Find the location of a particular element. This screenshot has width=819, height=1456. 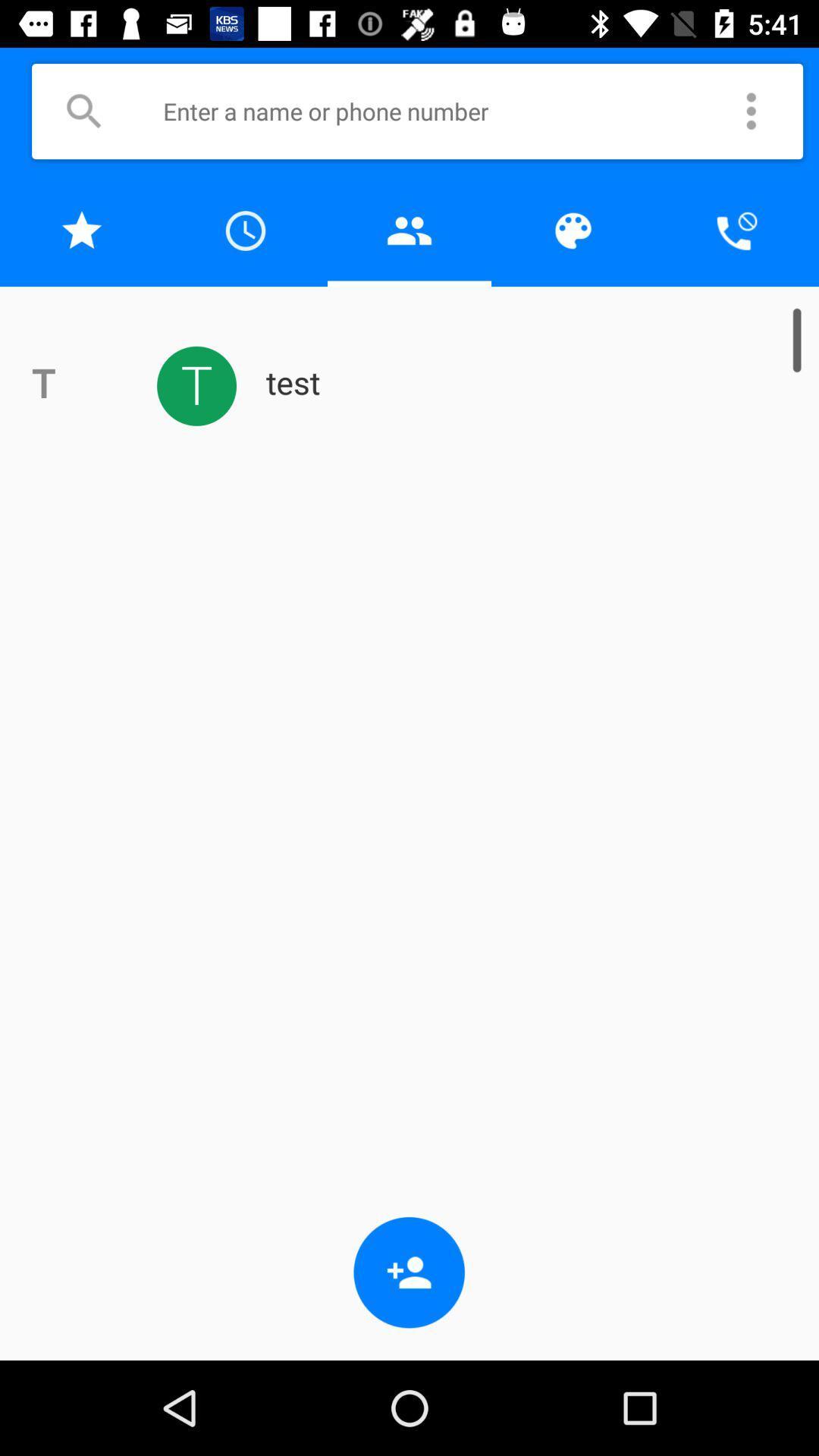

open important contacts is located at coordinates (82, 230).